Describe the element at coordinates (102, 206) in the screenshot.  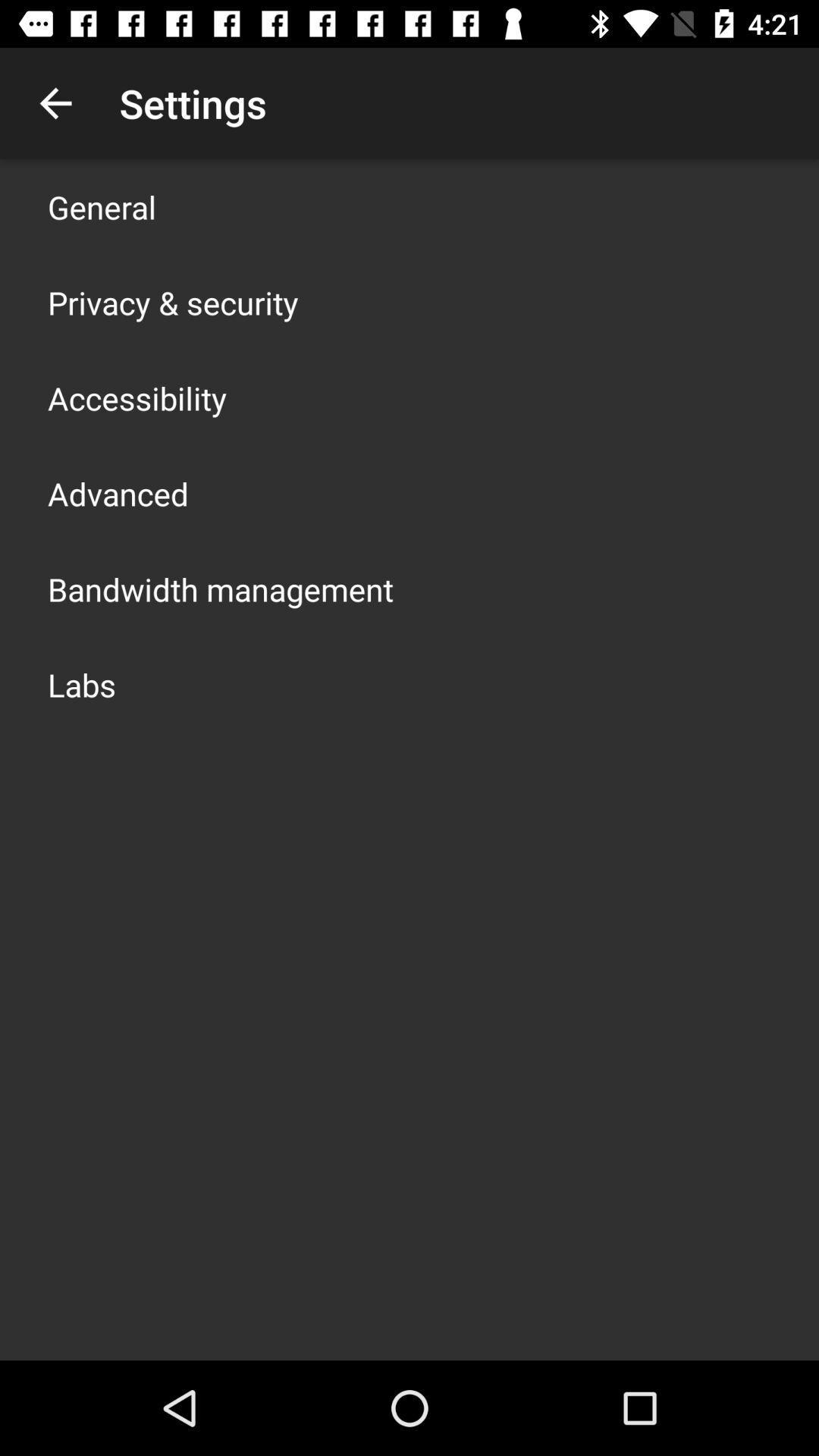
I see `general icon` at that location.